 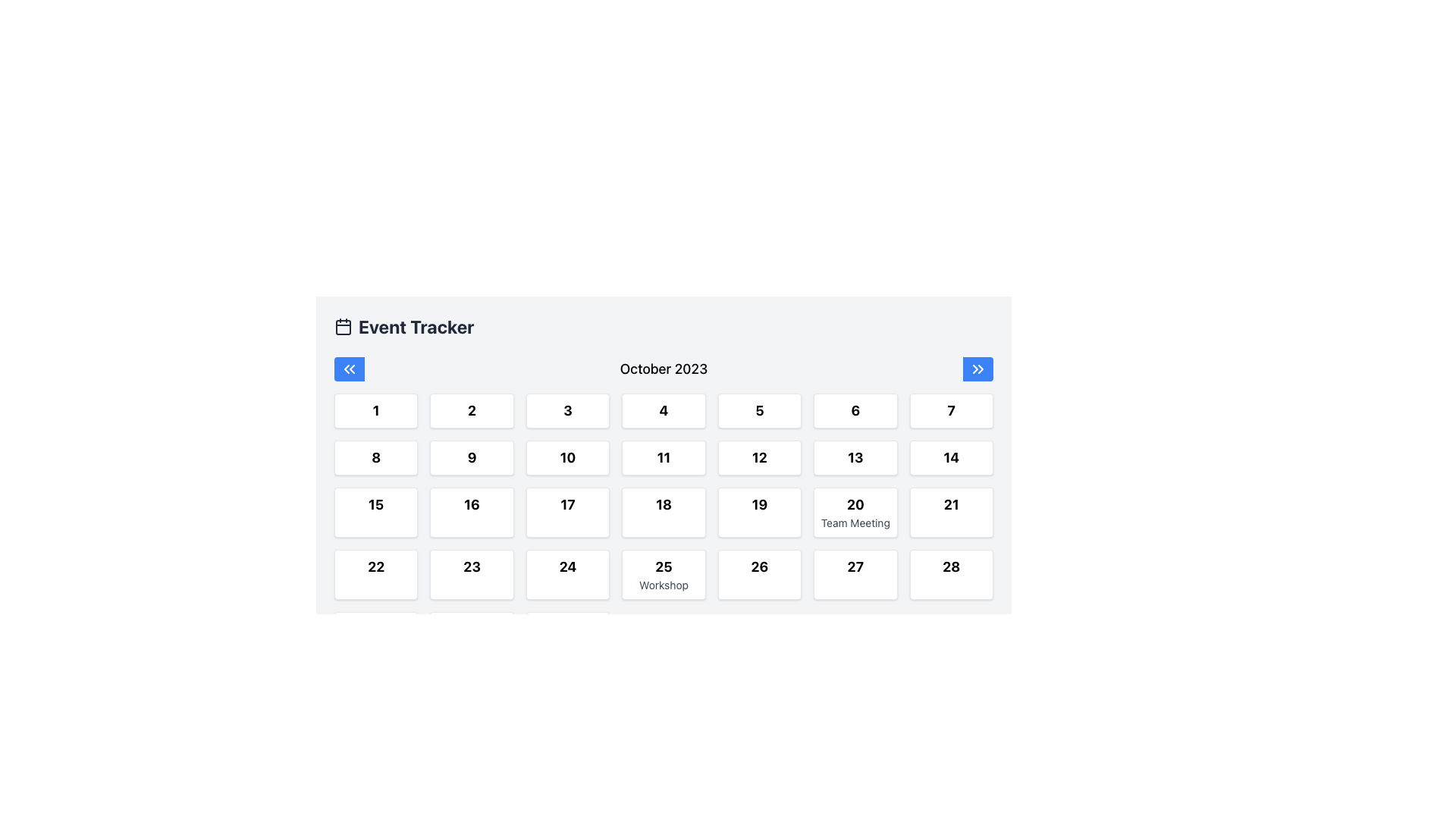 I want to click on the calendar day cell displaying the date '5', so click(x=759, y=411).